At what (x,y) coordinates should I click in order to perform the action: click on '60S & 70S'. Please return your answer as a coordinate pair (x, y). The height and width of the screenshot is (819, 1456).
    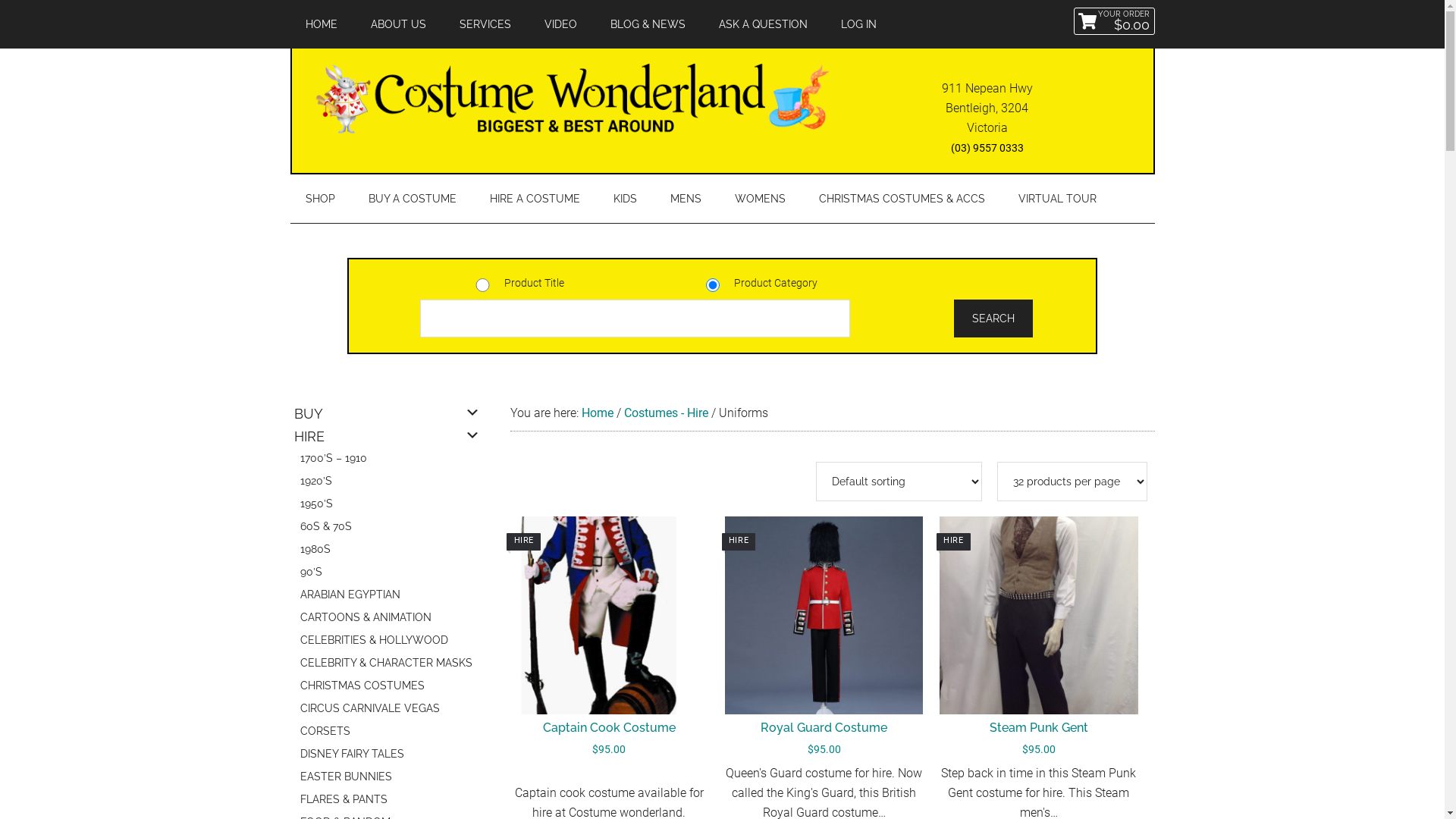
    Looking at the image, I should click on (295, 528).